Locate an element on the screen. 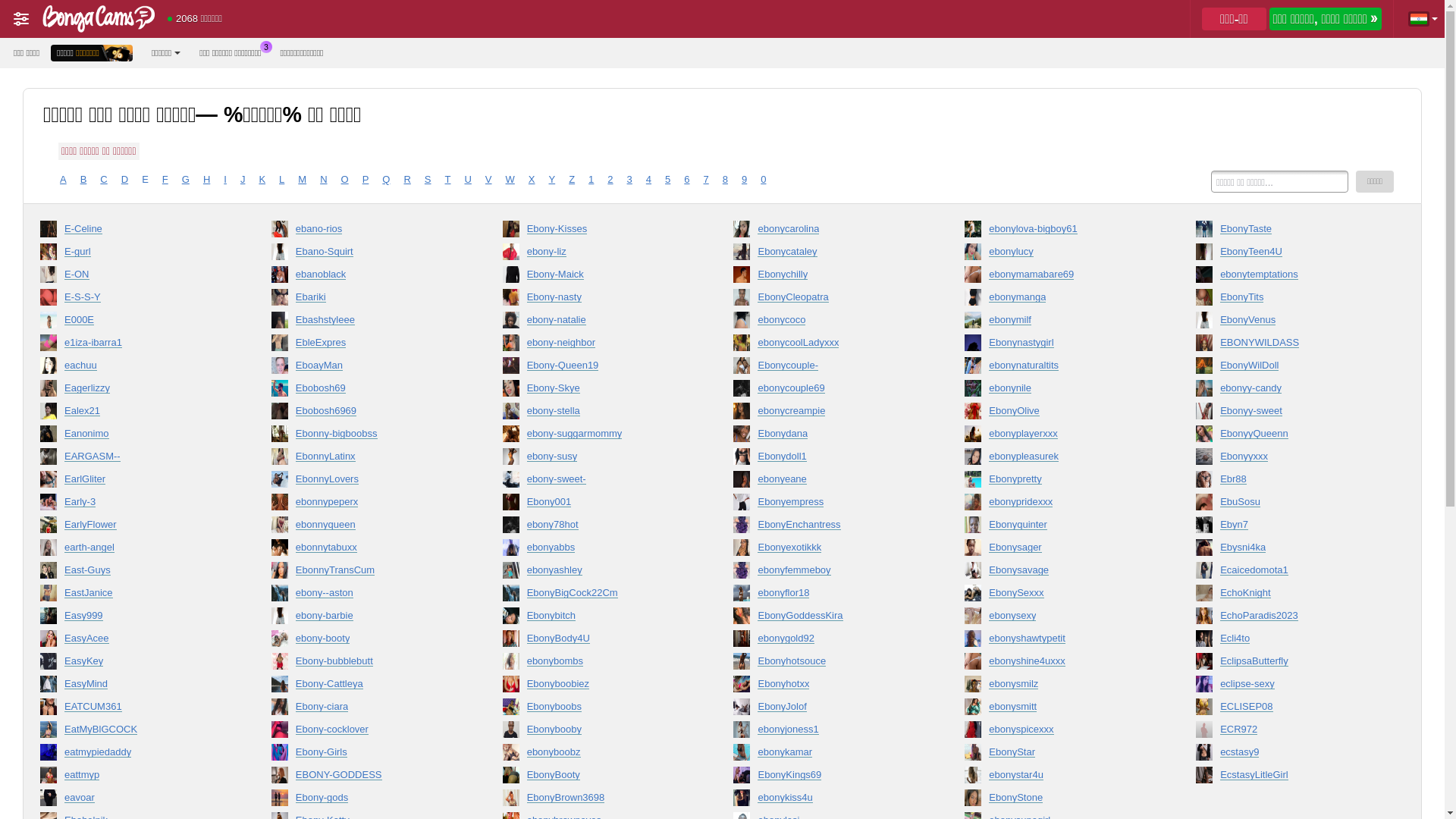  'eachuu' is located at coordinates (134, 369).